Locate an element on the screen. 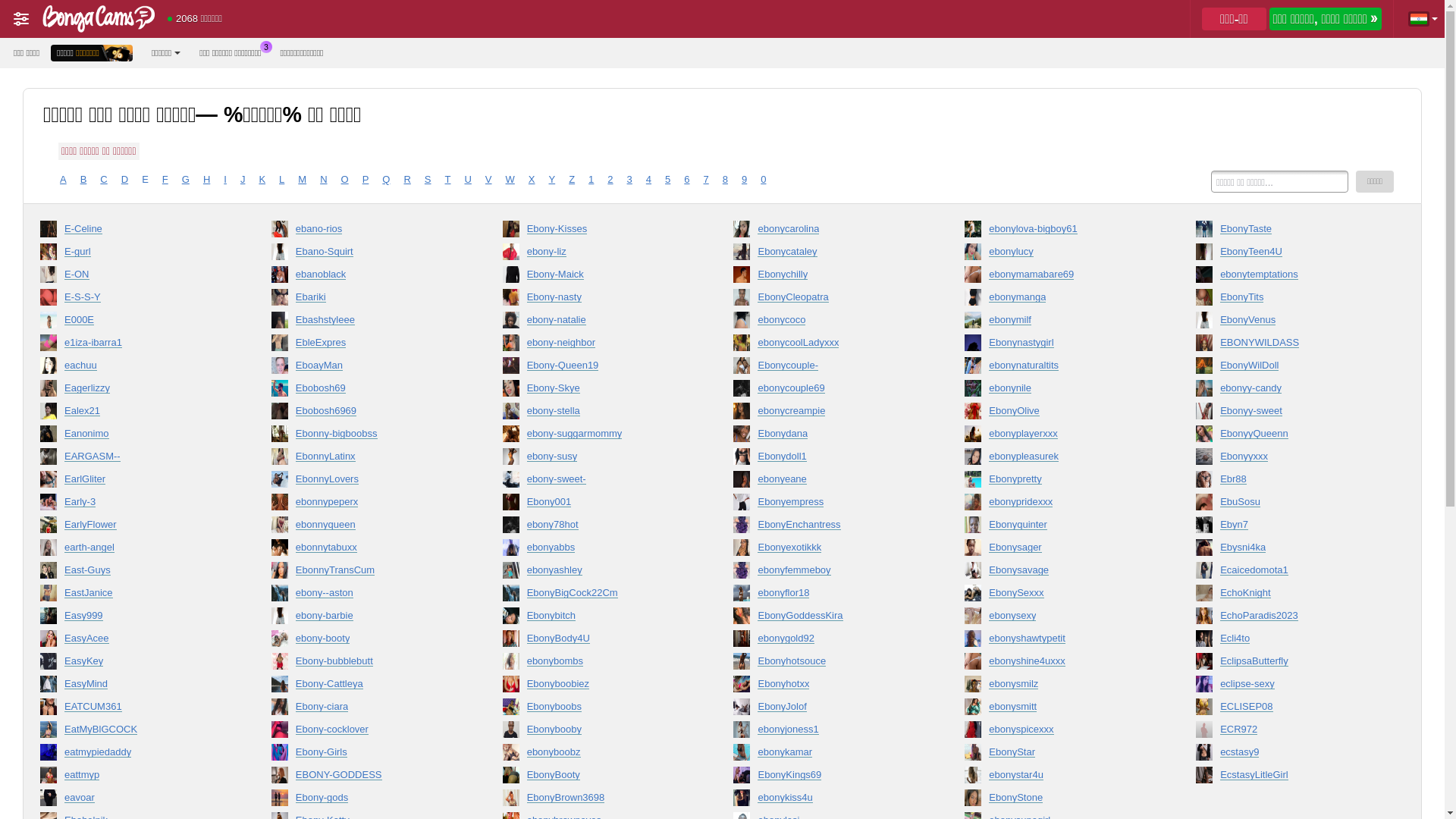  'eachuu' is located at coordinates (134, 369).